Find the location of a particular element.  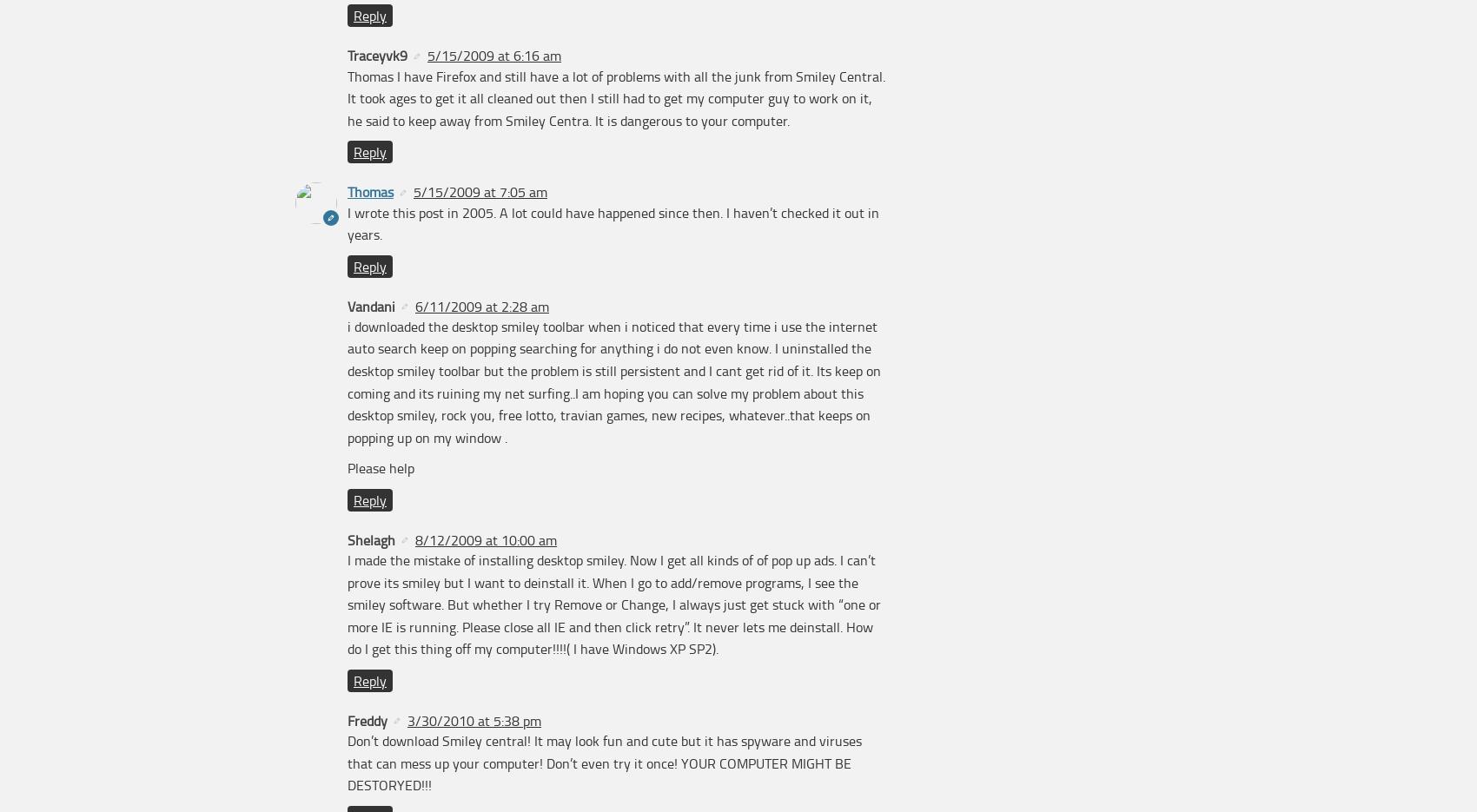

'Vandani' is located at coordinates (371, 305).